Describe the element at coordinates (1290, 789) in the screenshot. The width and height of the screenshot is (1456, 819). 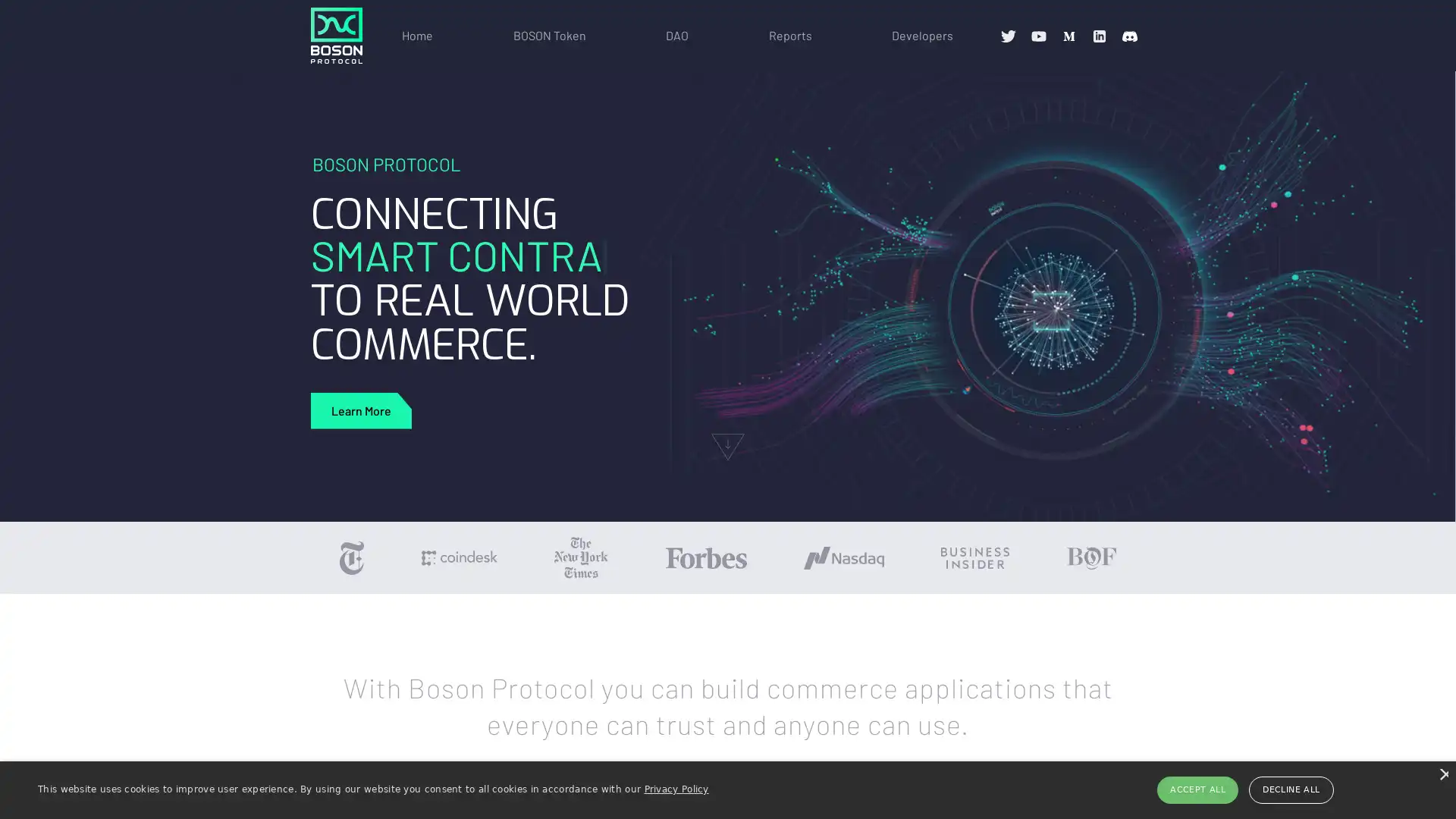
I see `DECLINE ALL` at that location.